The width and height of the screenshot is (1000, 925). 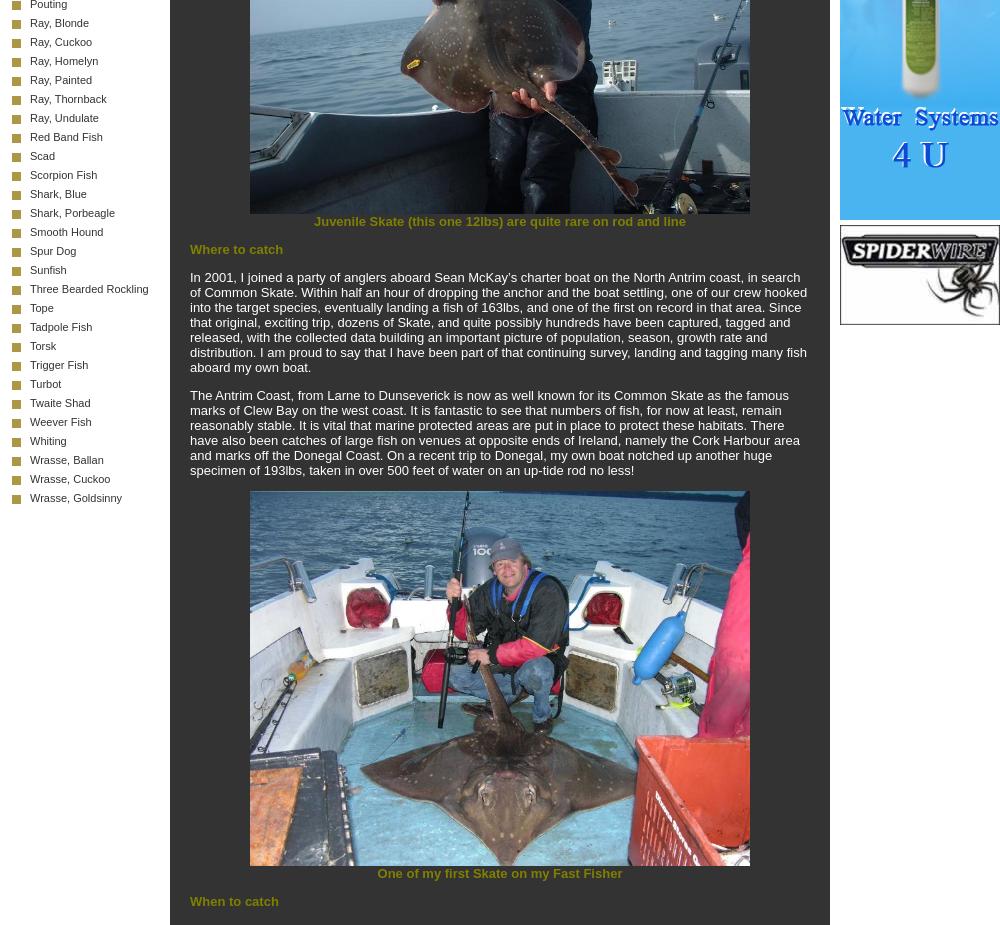 What do you see at coordinates (30, 230) in the screenshot?
I see `'Smooth Hound'` at bounding box center [30, 230].